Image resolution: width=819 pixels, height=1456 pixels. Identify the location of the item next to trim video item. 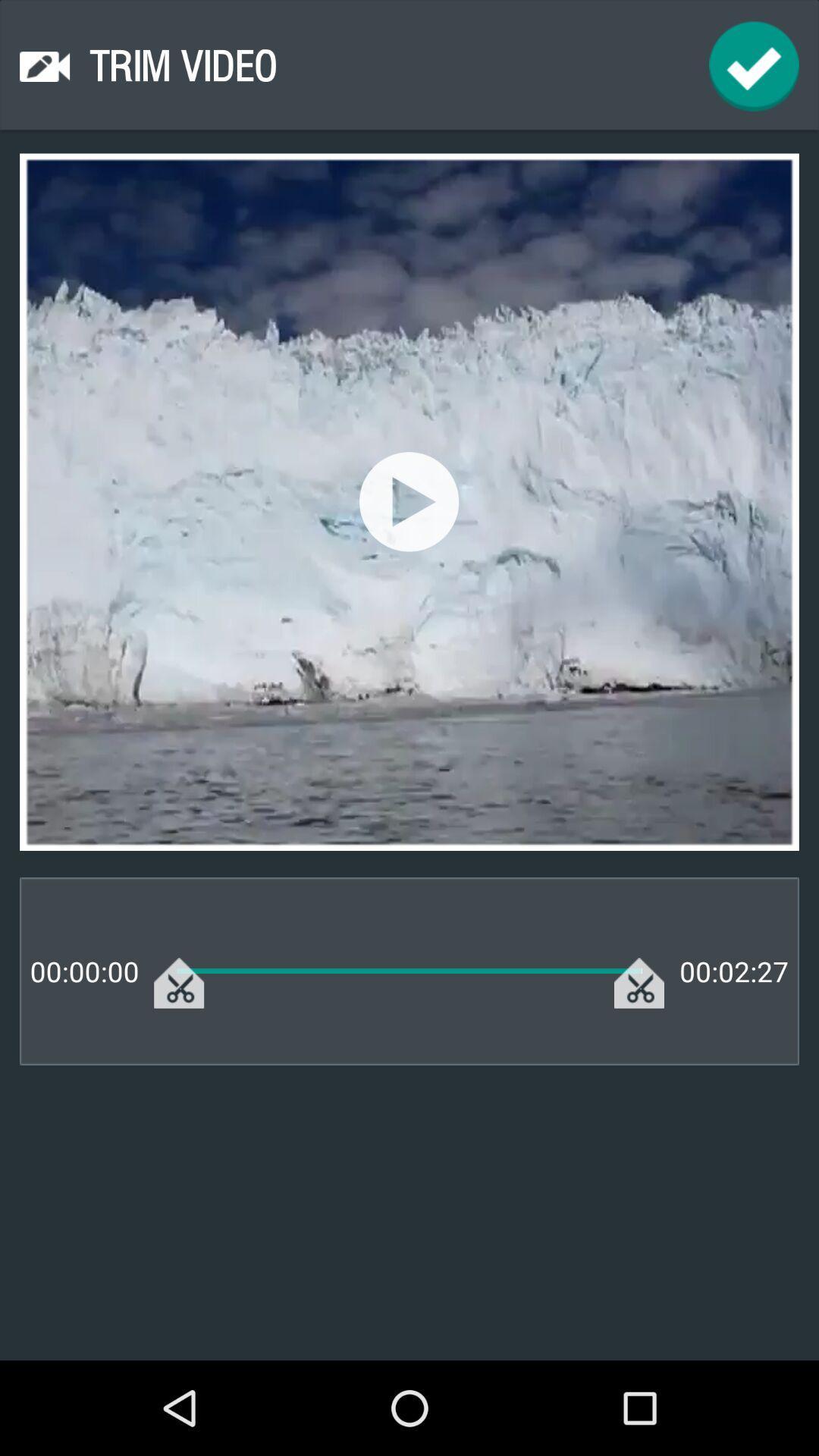
(754, 65).